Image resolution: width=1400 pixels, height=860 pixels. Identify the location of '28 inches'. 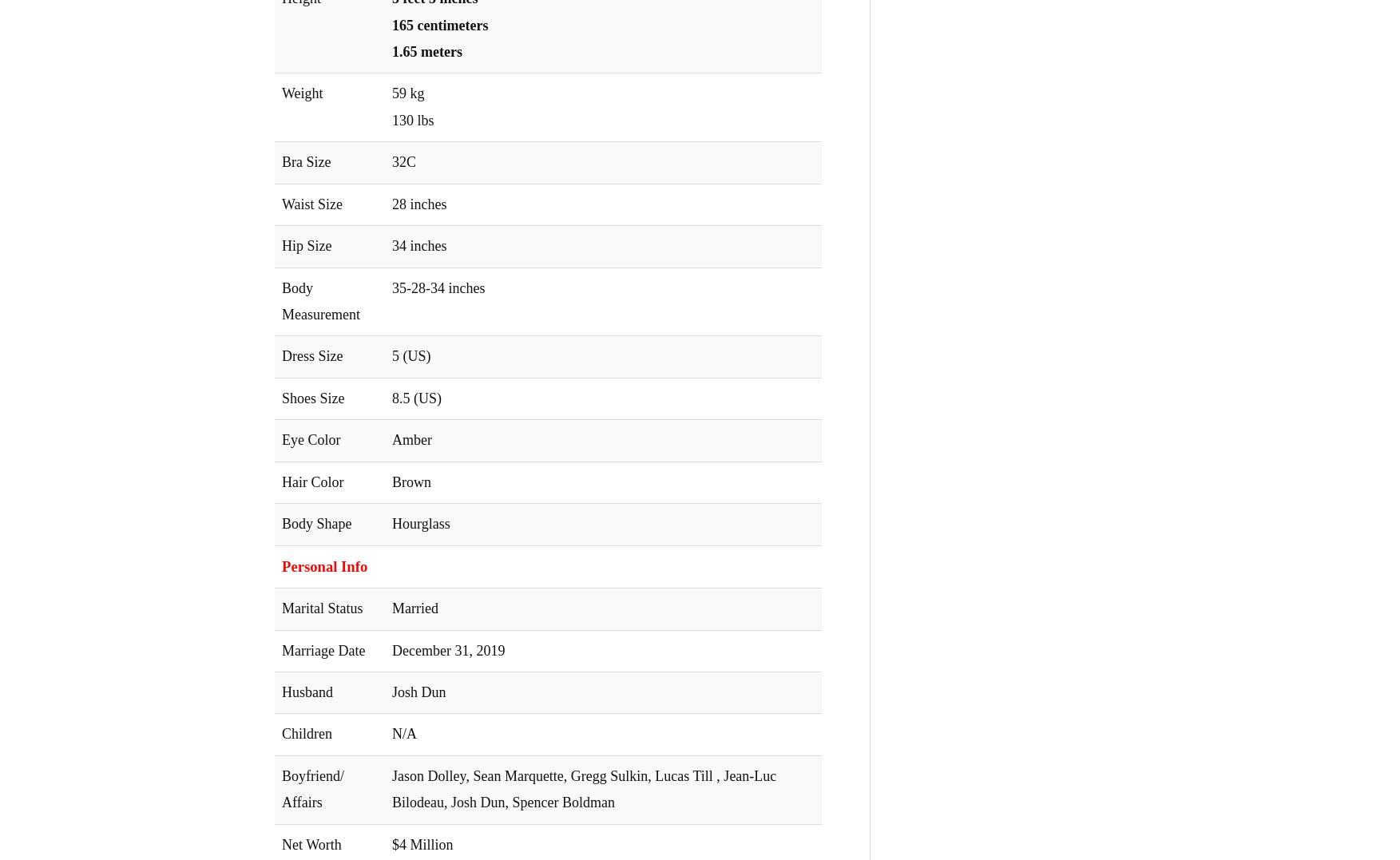
(419, 203).